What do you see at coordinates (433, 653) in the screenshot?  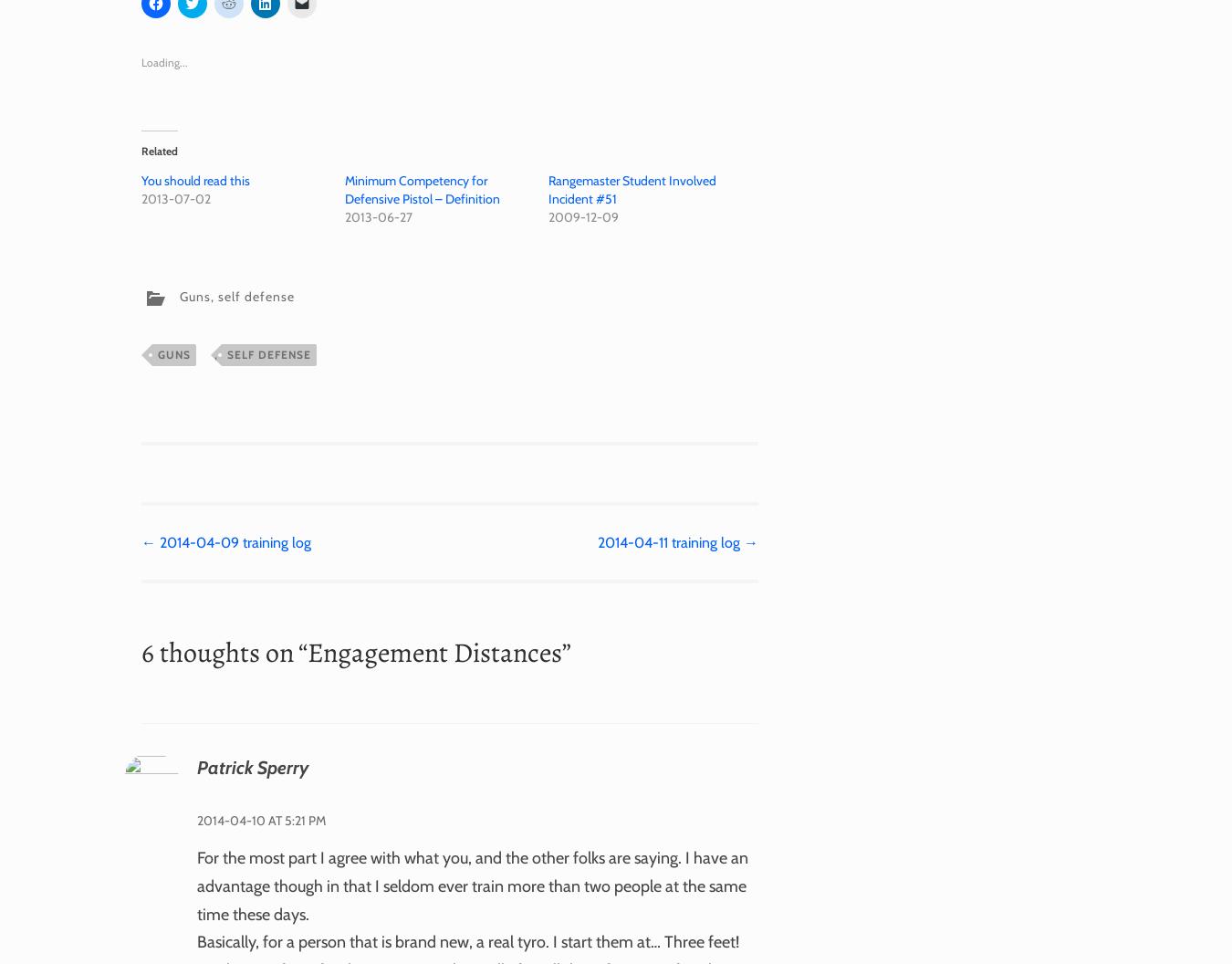 I see `'Engagement Distances'` at bounding box center [433, 653].